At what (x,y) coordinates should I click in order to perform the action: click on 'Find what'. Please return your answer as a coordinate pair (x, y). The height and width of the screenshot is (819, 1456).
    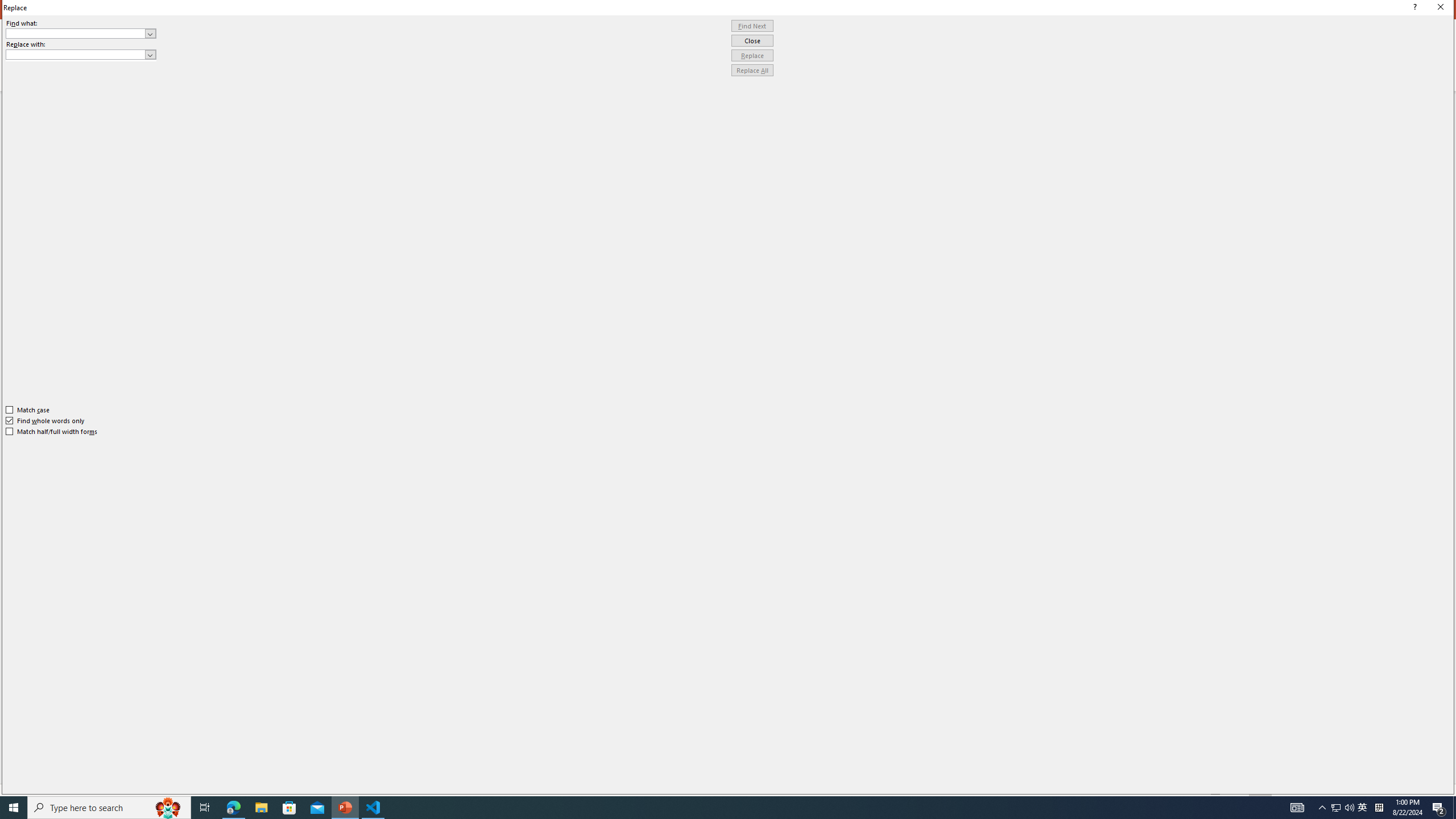
    Looking at the image, I should click on (76, 33).